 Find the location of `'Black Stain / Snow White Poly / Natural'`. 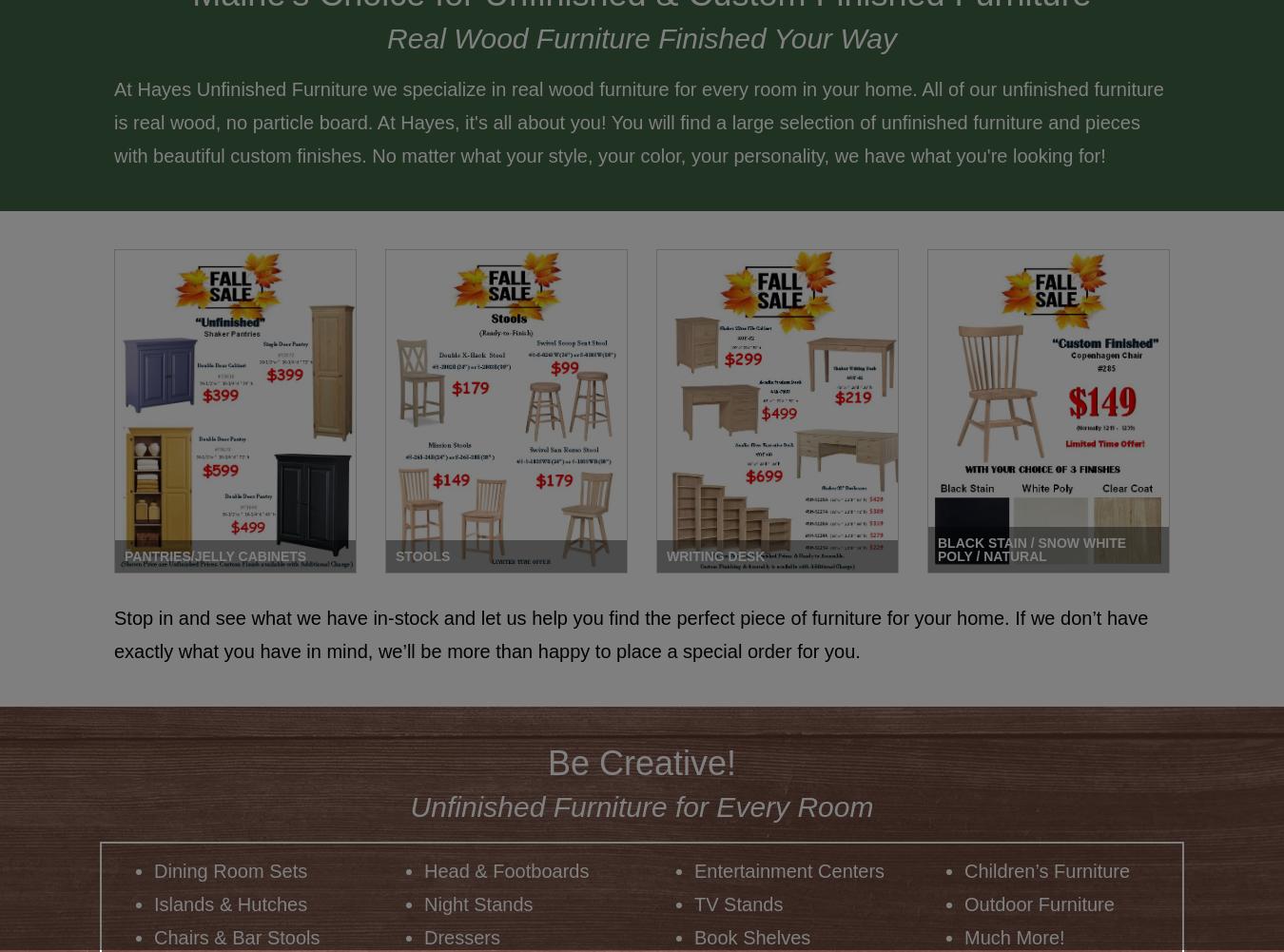

'Black Stain / Snow White Poly / Natural' is located at coordinates (937, 548).